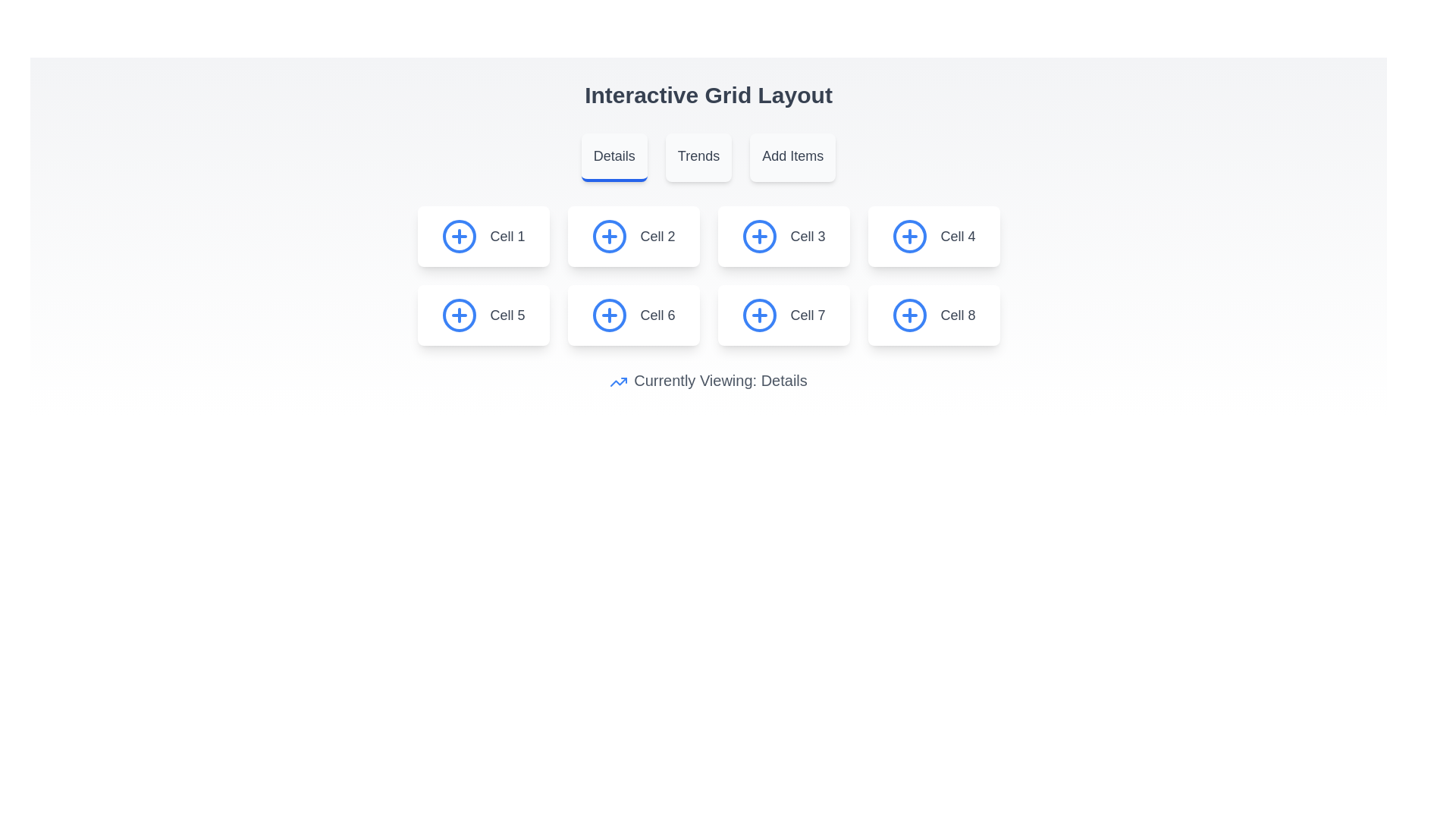  I want to click on the vector graphic element that indicates the action point for adding or creating a new item in Cell 6, represented by a circle and a plus sign, so click(610, 315).